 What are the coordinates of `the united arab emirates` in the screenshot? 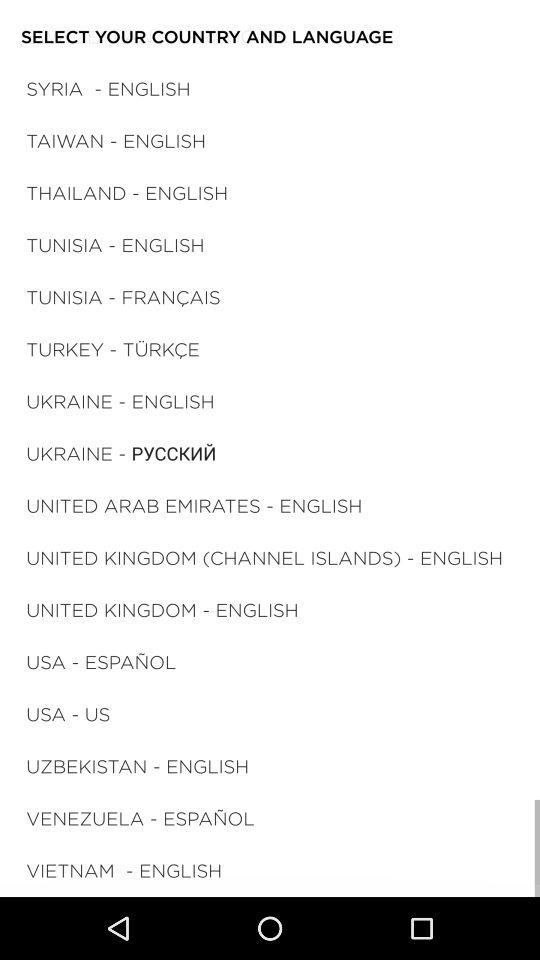 It's located at (194, 504).